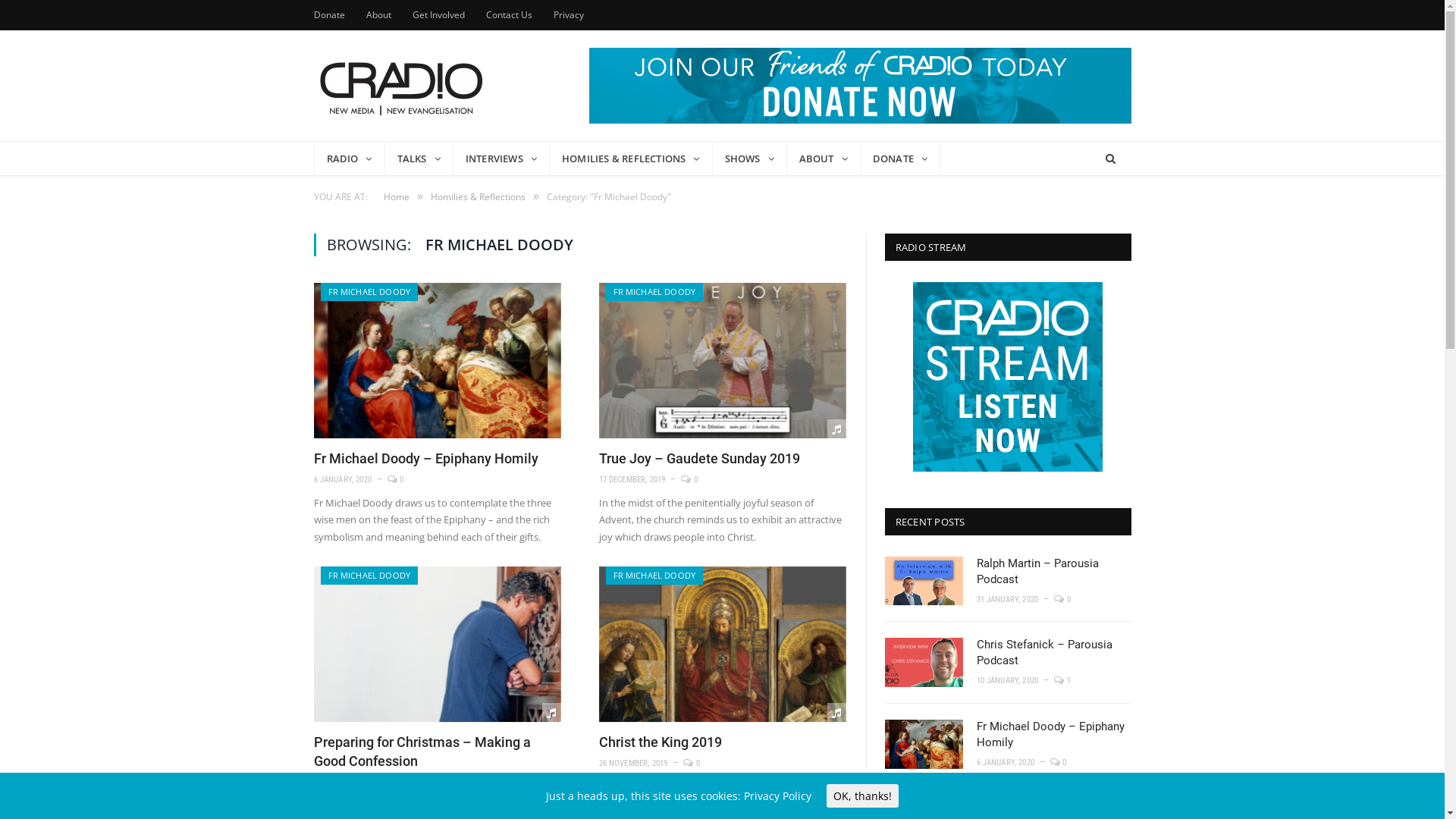 Image resolution: width=1456 pixels, height=819 pixels. Describe the element at coordinates (777, 795) in the screenshot. I see `'Privacy Policy'` at that location.